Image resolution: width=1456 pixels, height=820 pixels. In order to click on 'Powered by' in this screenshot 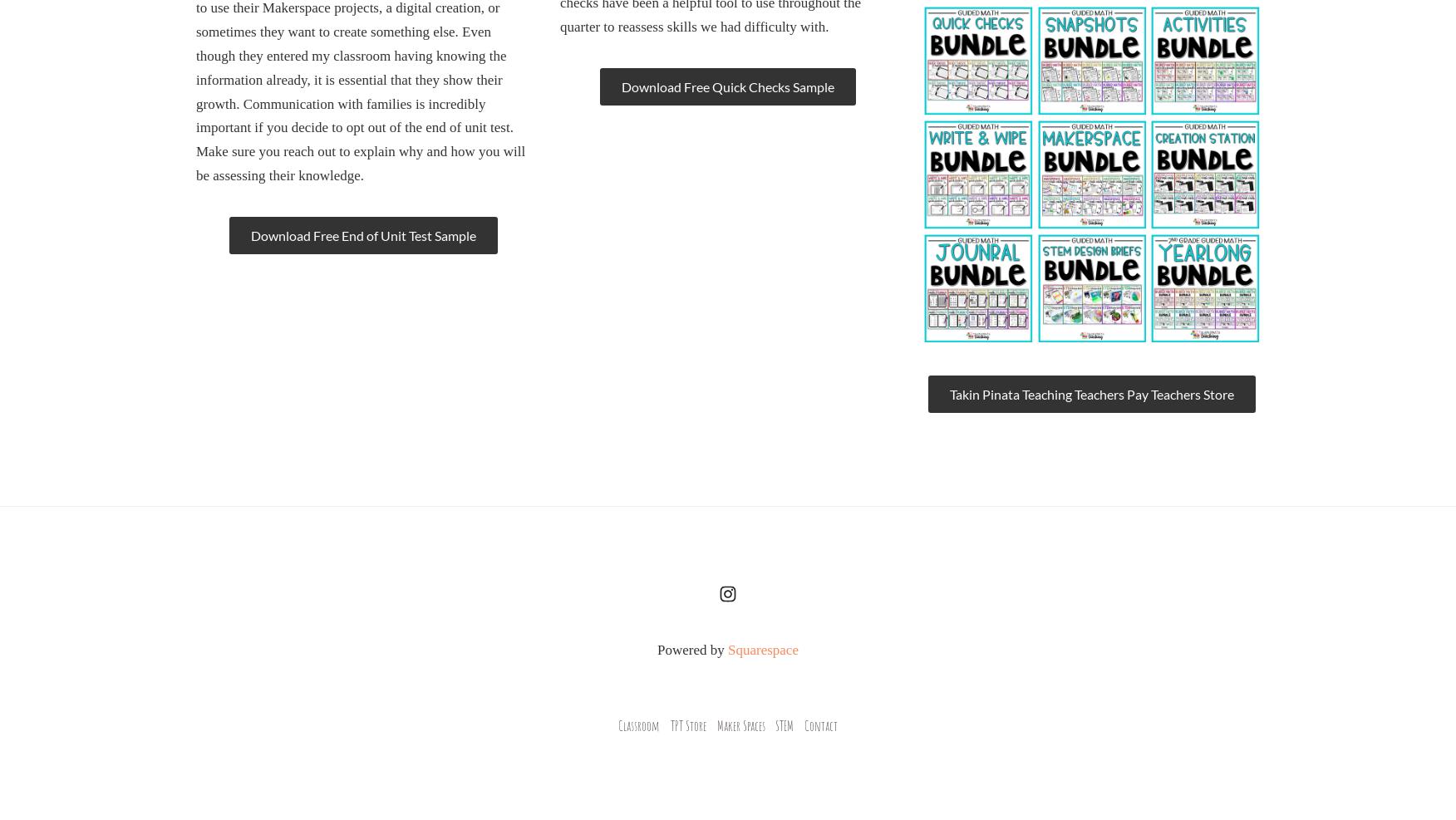, I will do `click(691, 650)`.